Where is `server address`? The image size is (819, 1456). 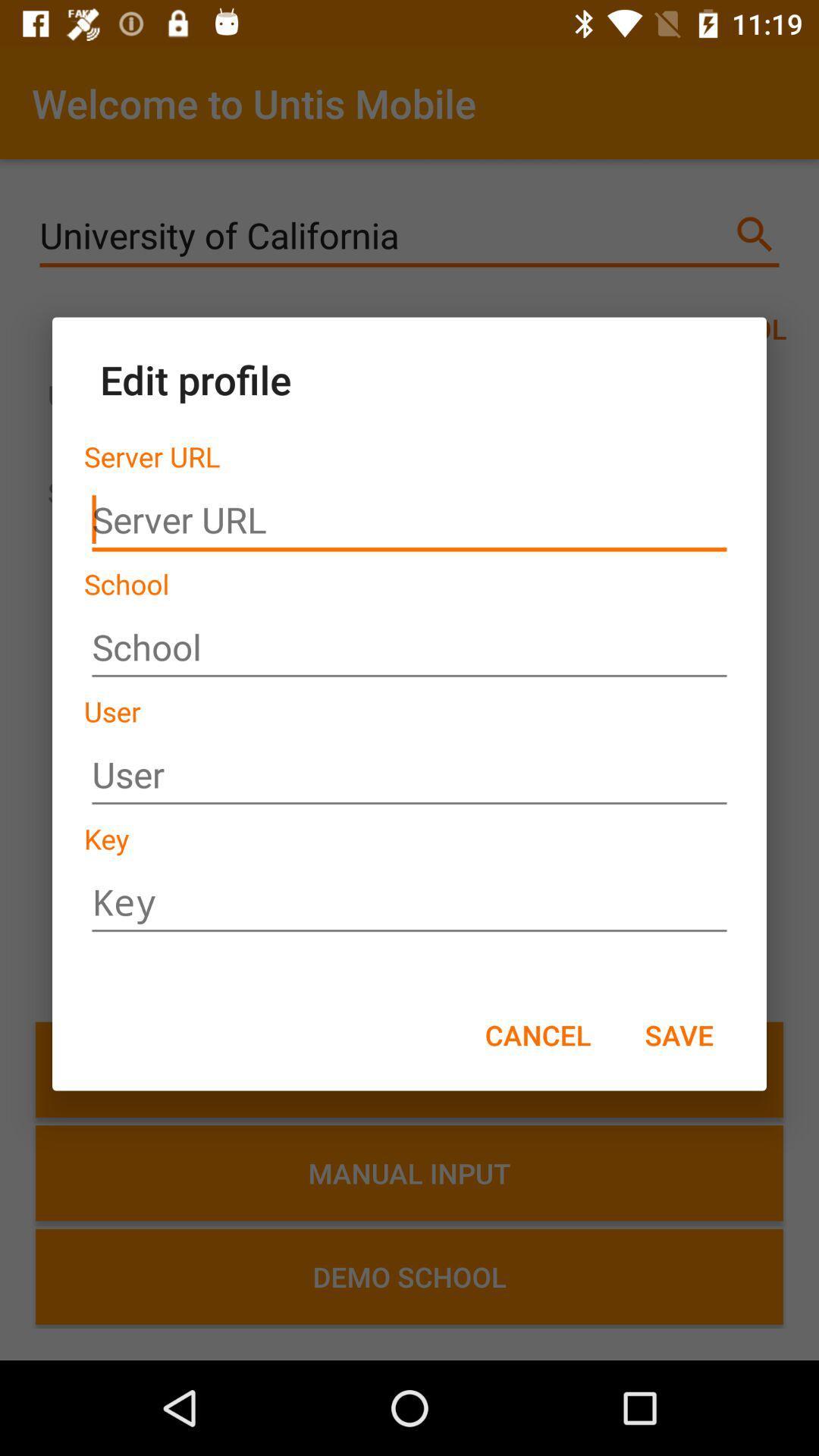
server address is located at coordinates (409, 520).